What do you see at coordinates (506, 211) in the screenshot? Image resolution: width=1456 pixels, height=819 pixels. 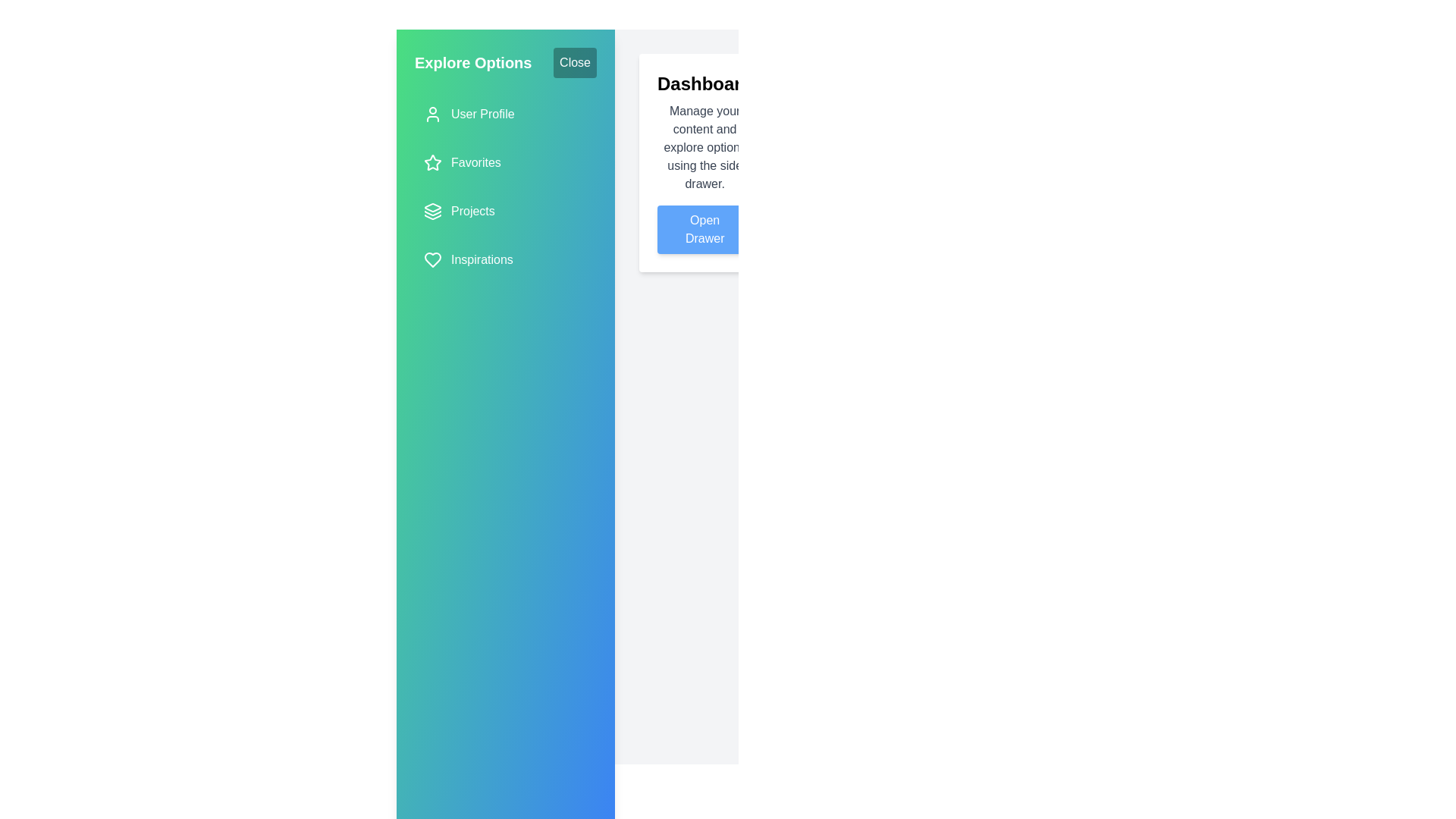 I see `the navigation item Projects from the drawer` at bounding box center [506, 211].